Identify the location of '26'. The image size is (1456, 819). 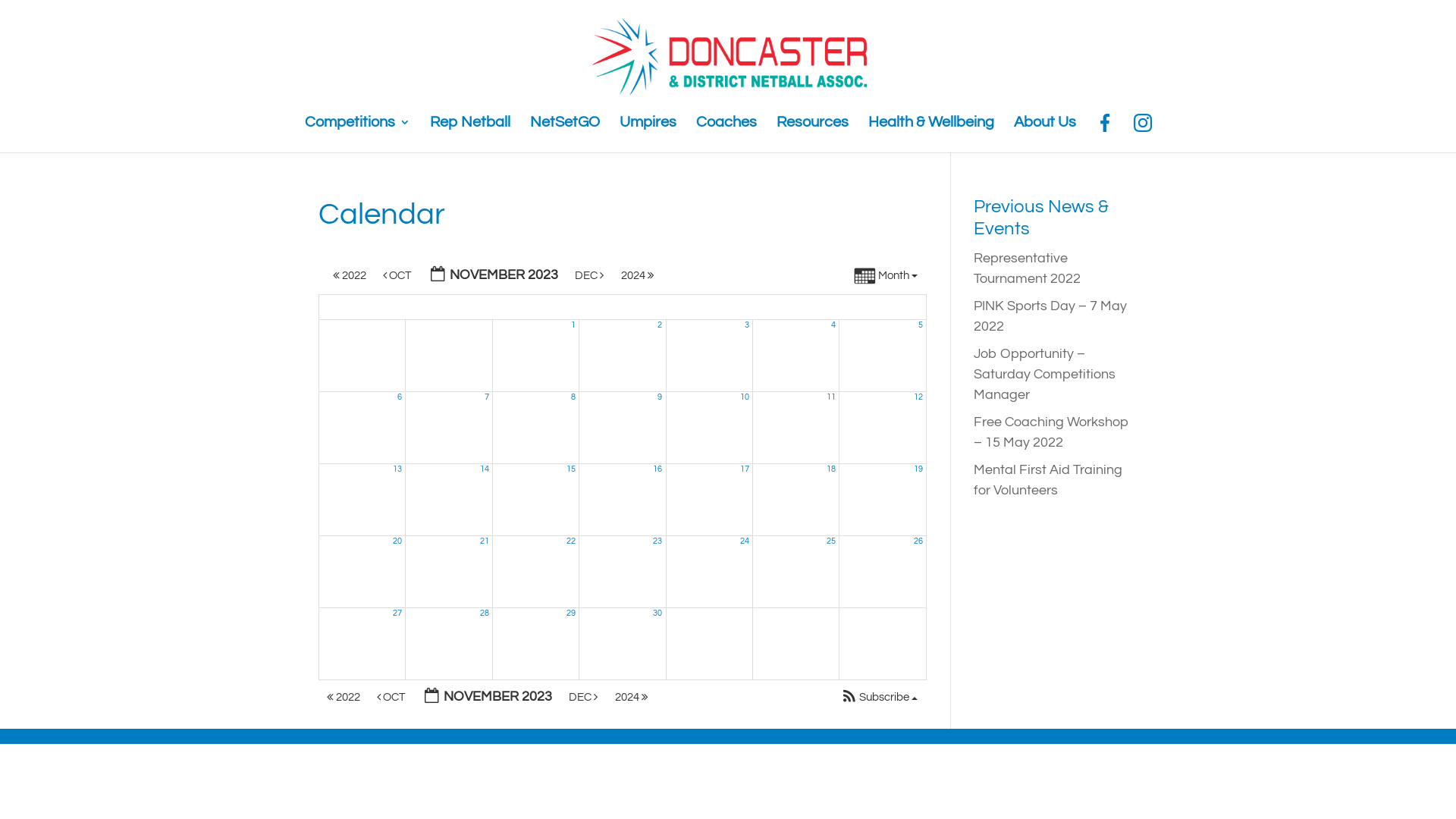
(917, 540).